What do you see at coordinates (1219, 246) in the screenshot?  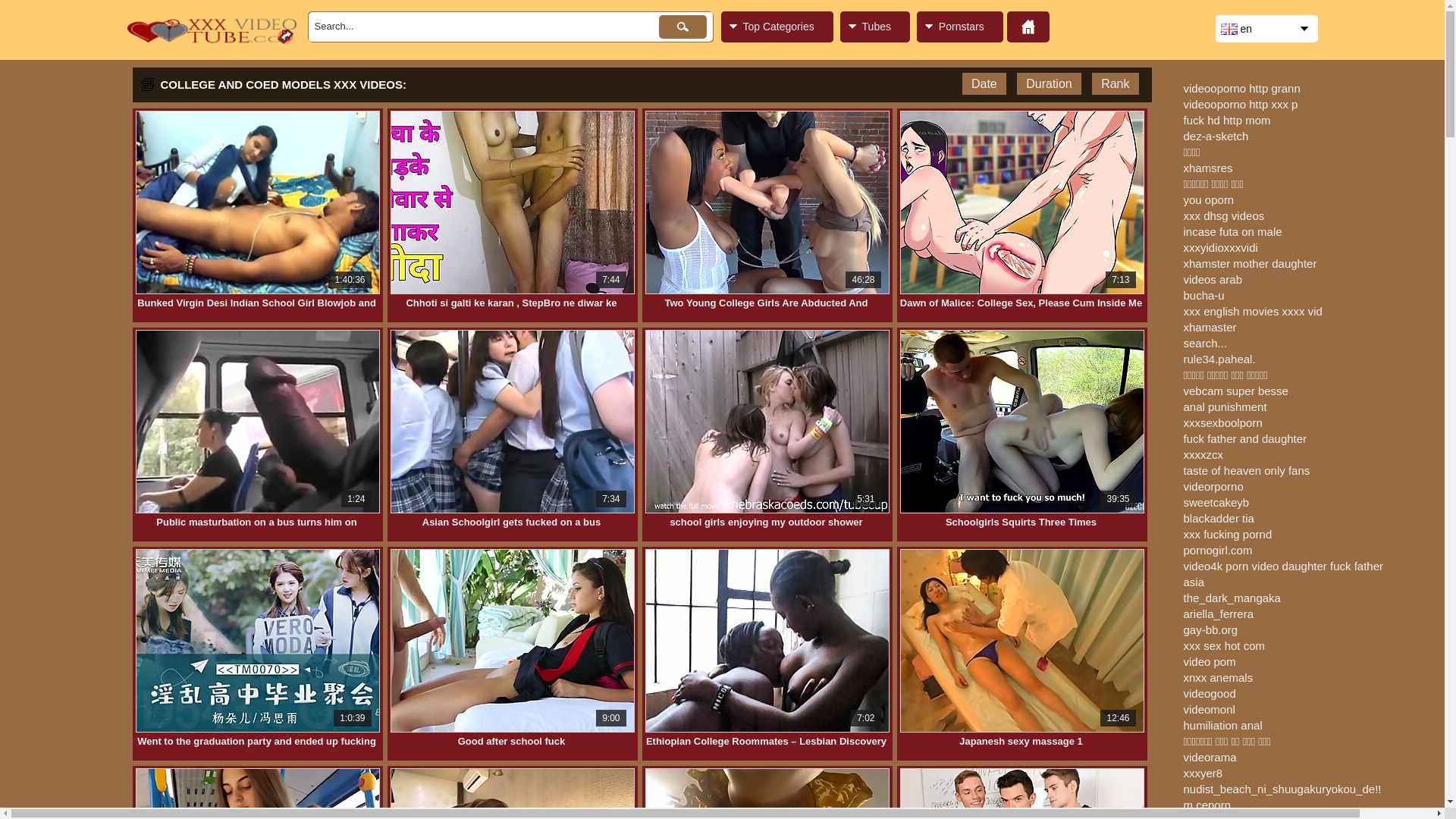 I see `'xxxyidioxxxvidi'` at bounding box center [1219, 246].